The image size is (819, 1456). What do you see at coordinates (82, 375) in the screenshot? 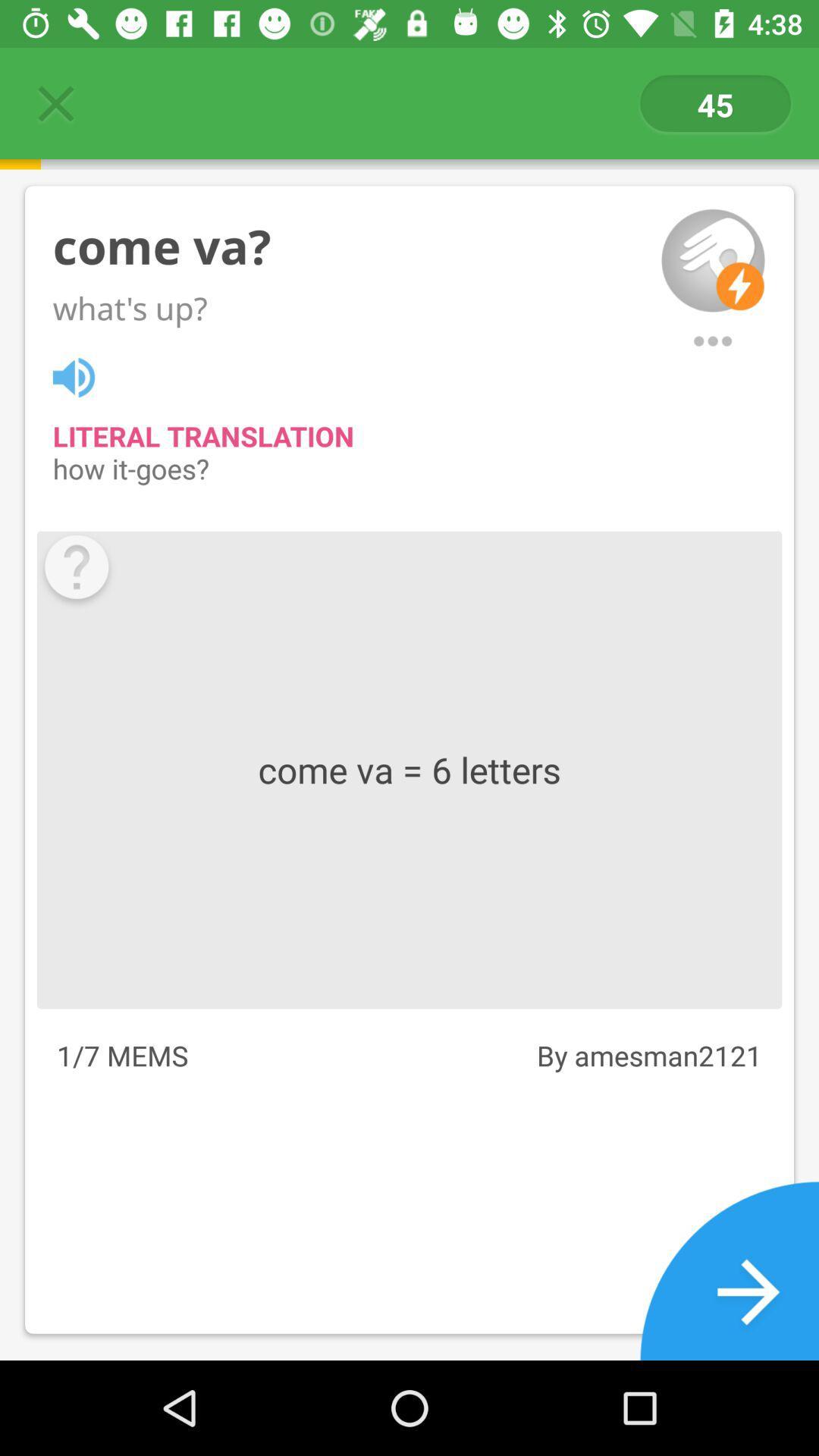
I see `audio clip of translation` at bounding box center [82, 375].